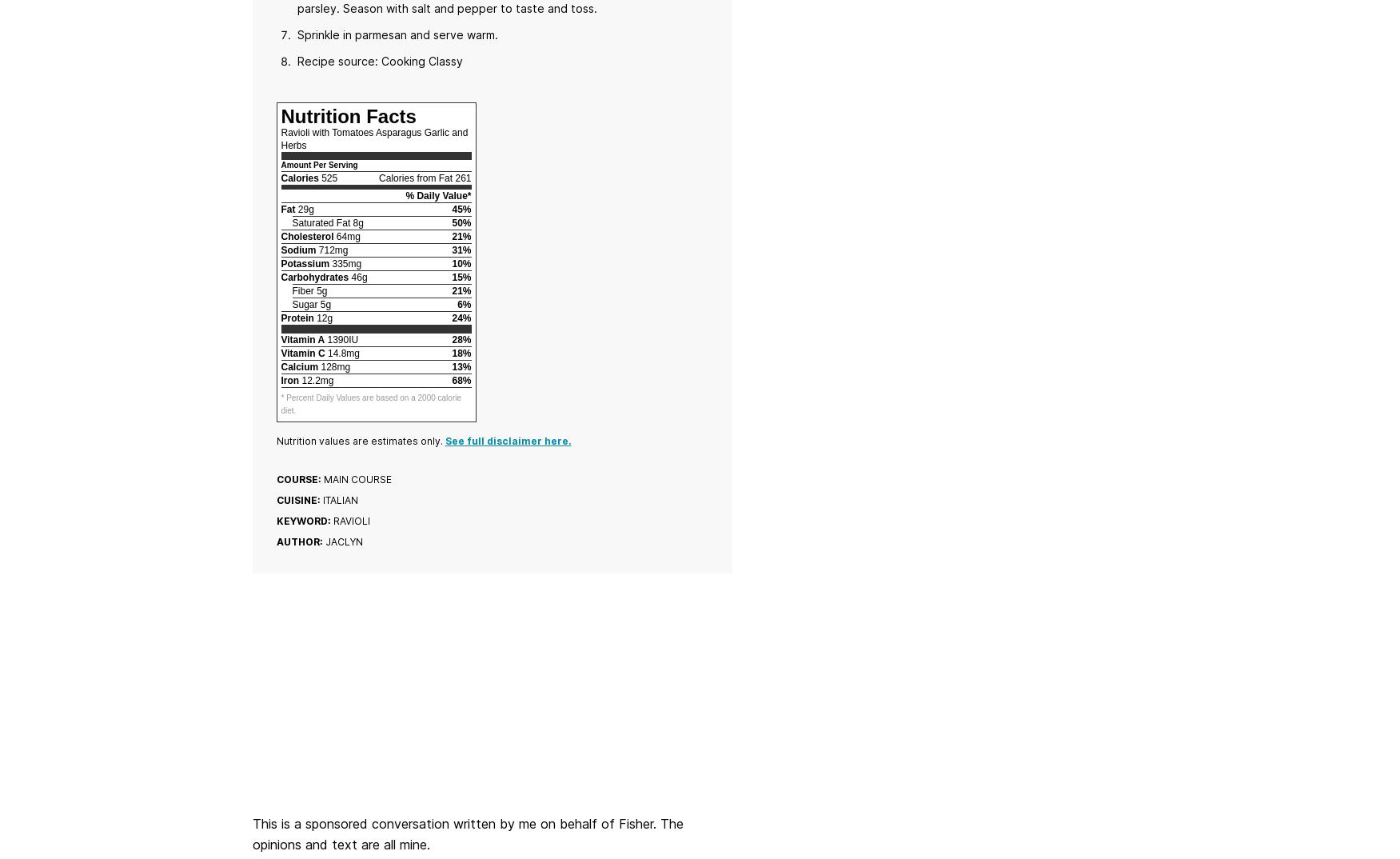 This screenshot has width=1400, height=859. I want to click on '525', so click(317, 177).